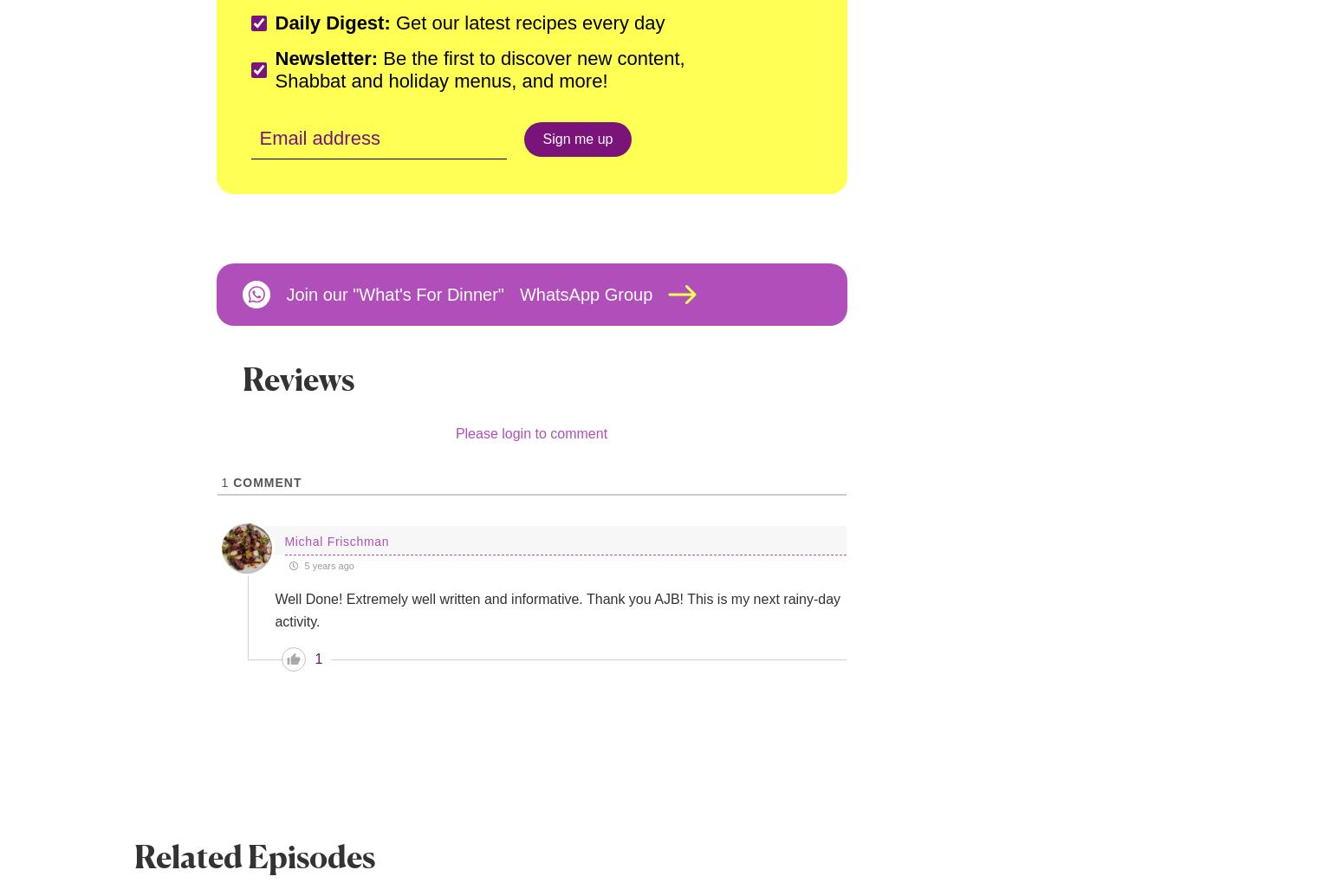  Describe the element at coordinates (255, 856) in the screenshot. I see `'Related Episodes'` at that location.